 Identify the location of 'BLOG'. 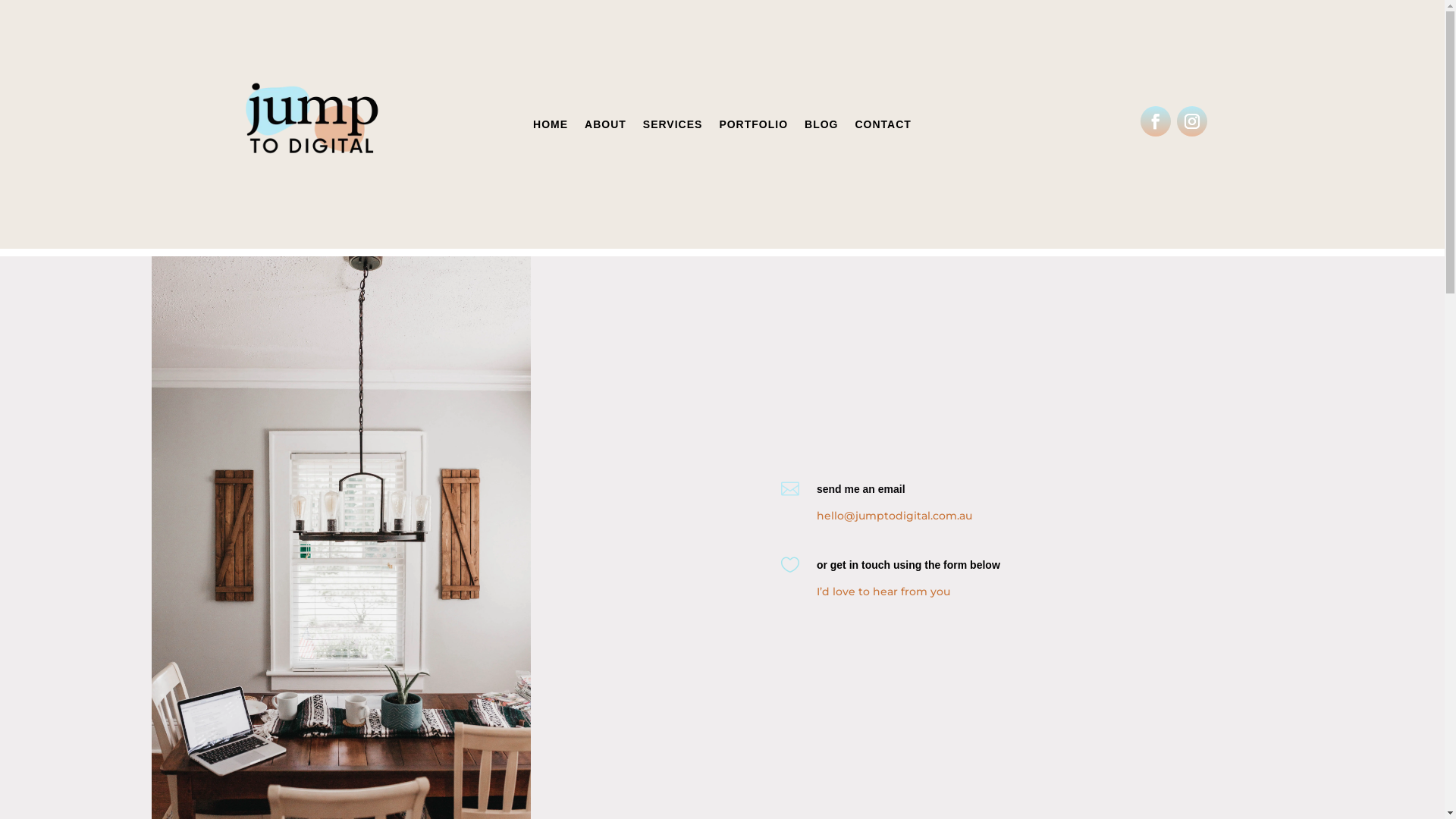
(803, 127).